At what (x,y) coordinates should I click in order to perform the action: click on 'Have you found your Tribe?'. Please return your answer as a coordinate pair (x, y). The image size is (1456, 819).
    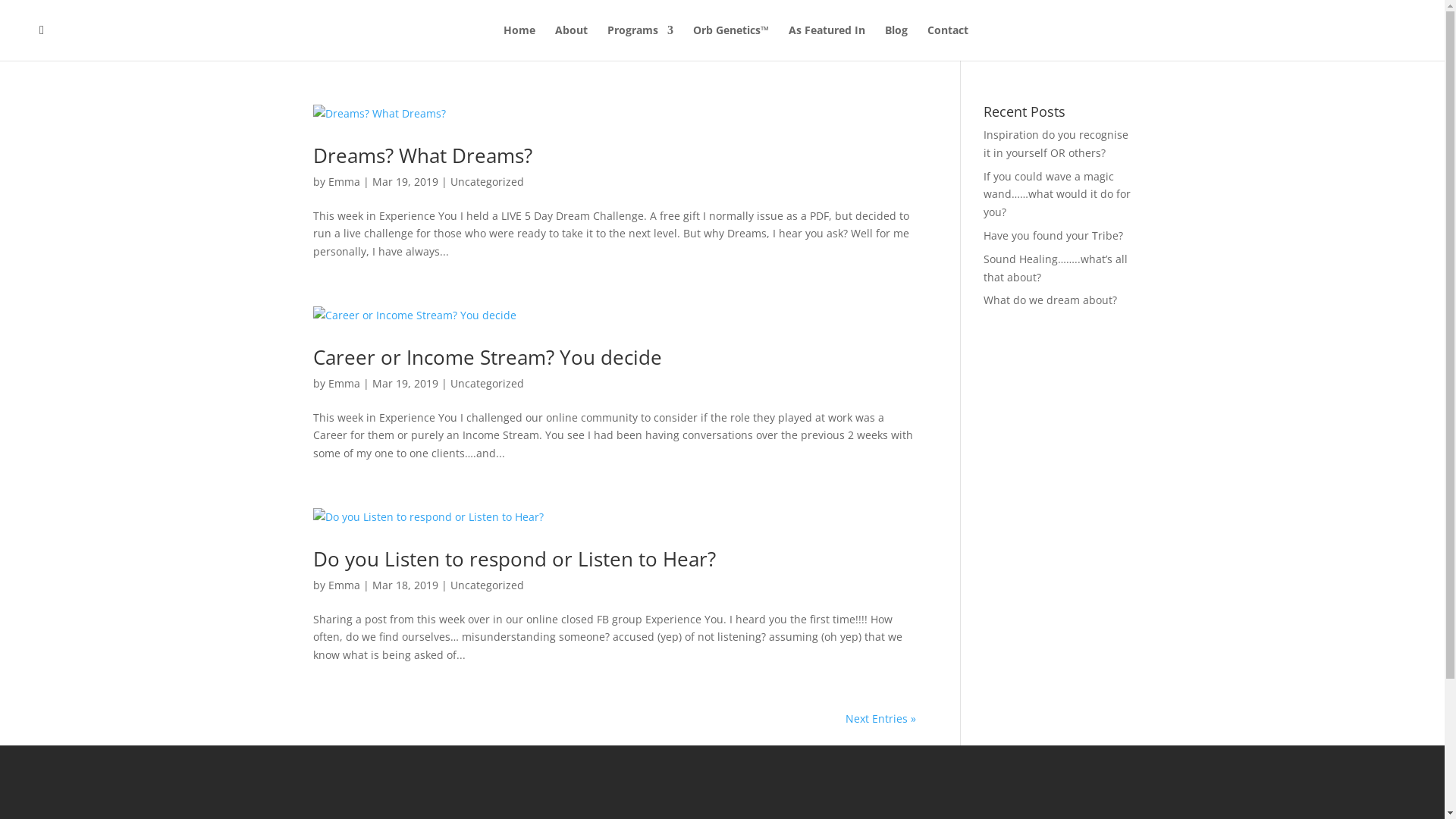
    Looking at the image, I should click on (983, 235).